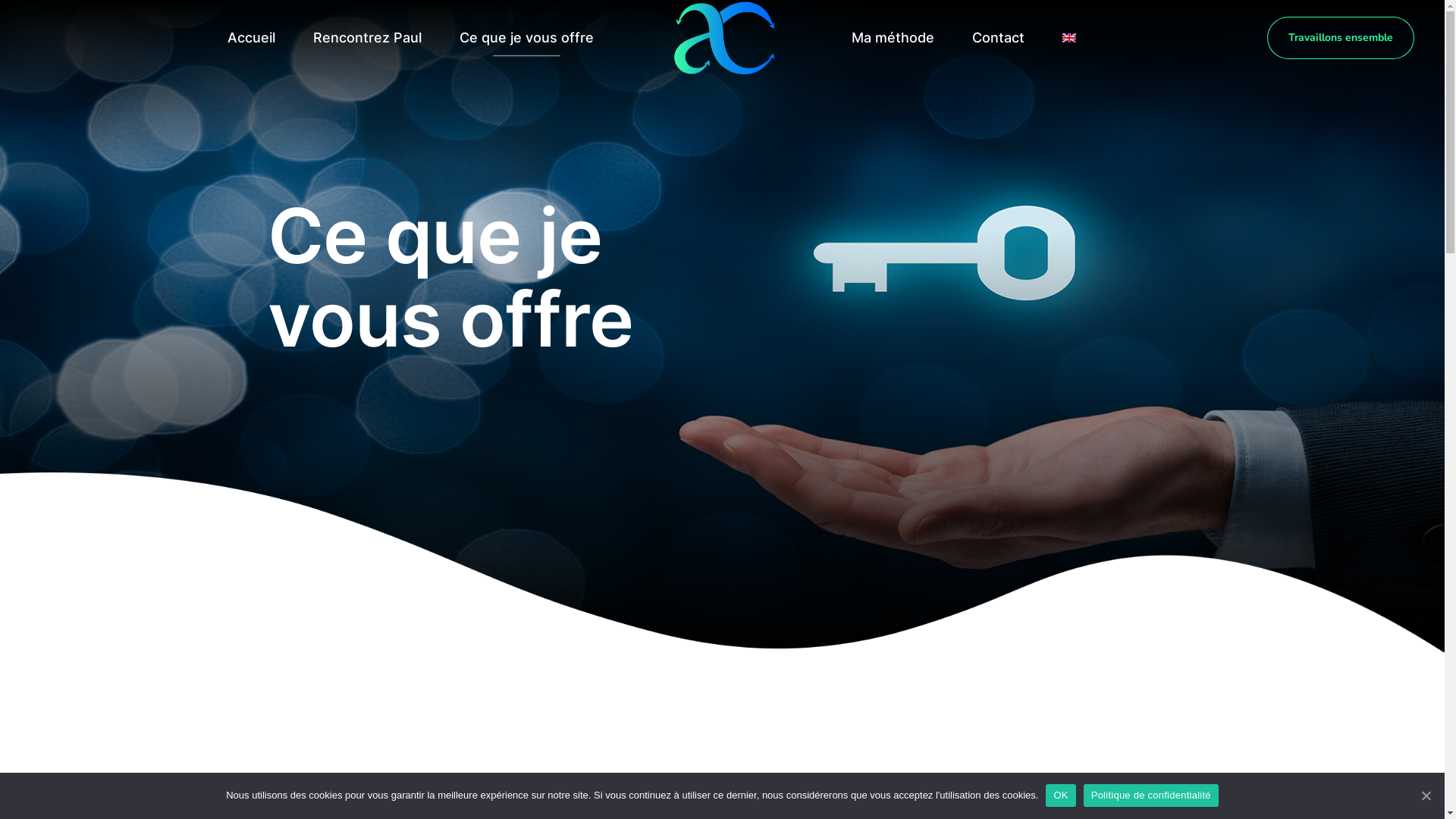 Image resolution: width=1456 pixels, height=819 pixels. Describe the element at coordinates (526, 37) in the screenshot. I see `'Ce que je vous offre'` at that location.